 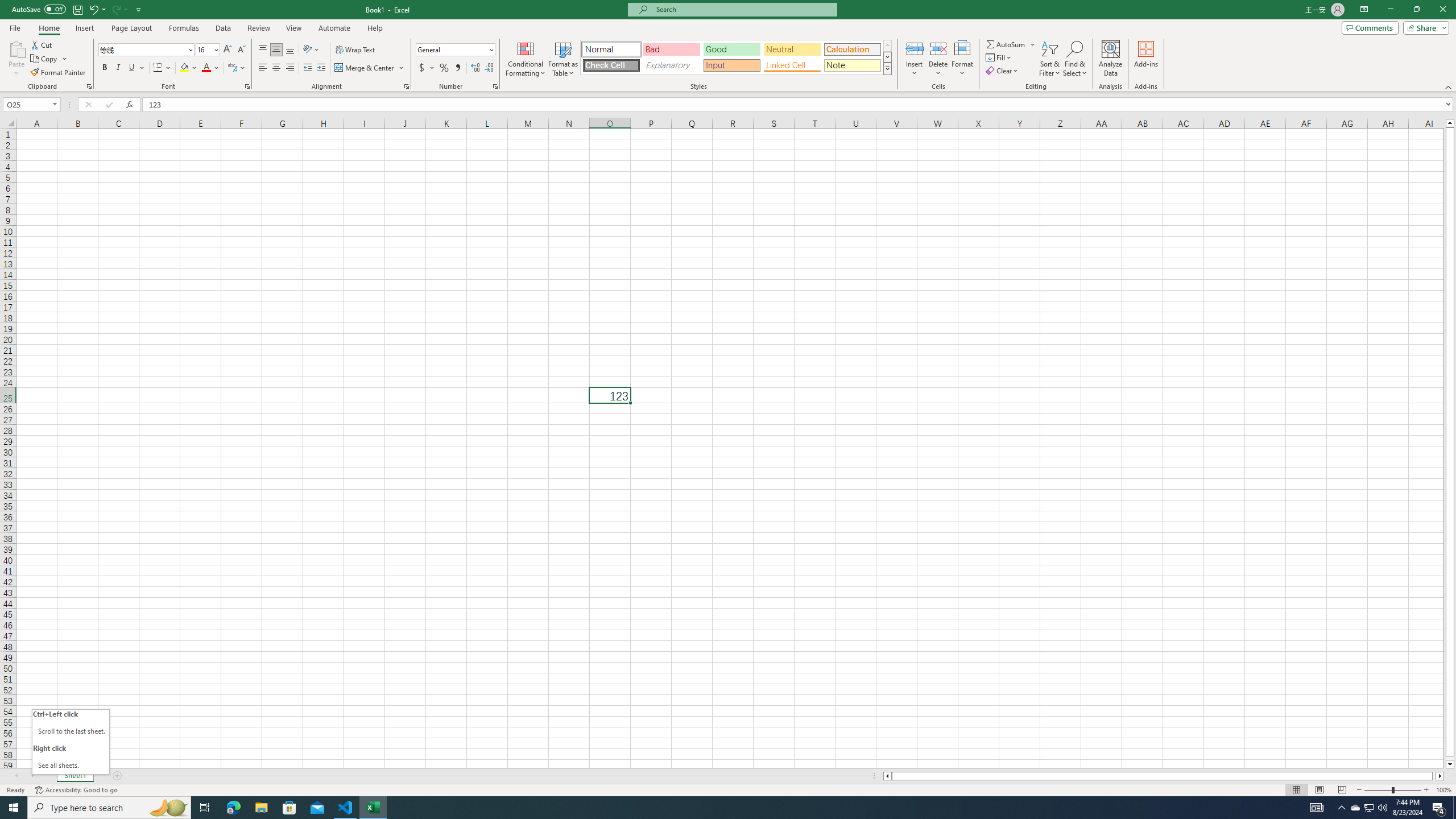 What do you see at coordinates (489, 67) in the screenshot?
I see `'Decrease Decimal'` at bounding box center [489, 67].